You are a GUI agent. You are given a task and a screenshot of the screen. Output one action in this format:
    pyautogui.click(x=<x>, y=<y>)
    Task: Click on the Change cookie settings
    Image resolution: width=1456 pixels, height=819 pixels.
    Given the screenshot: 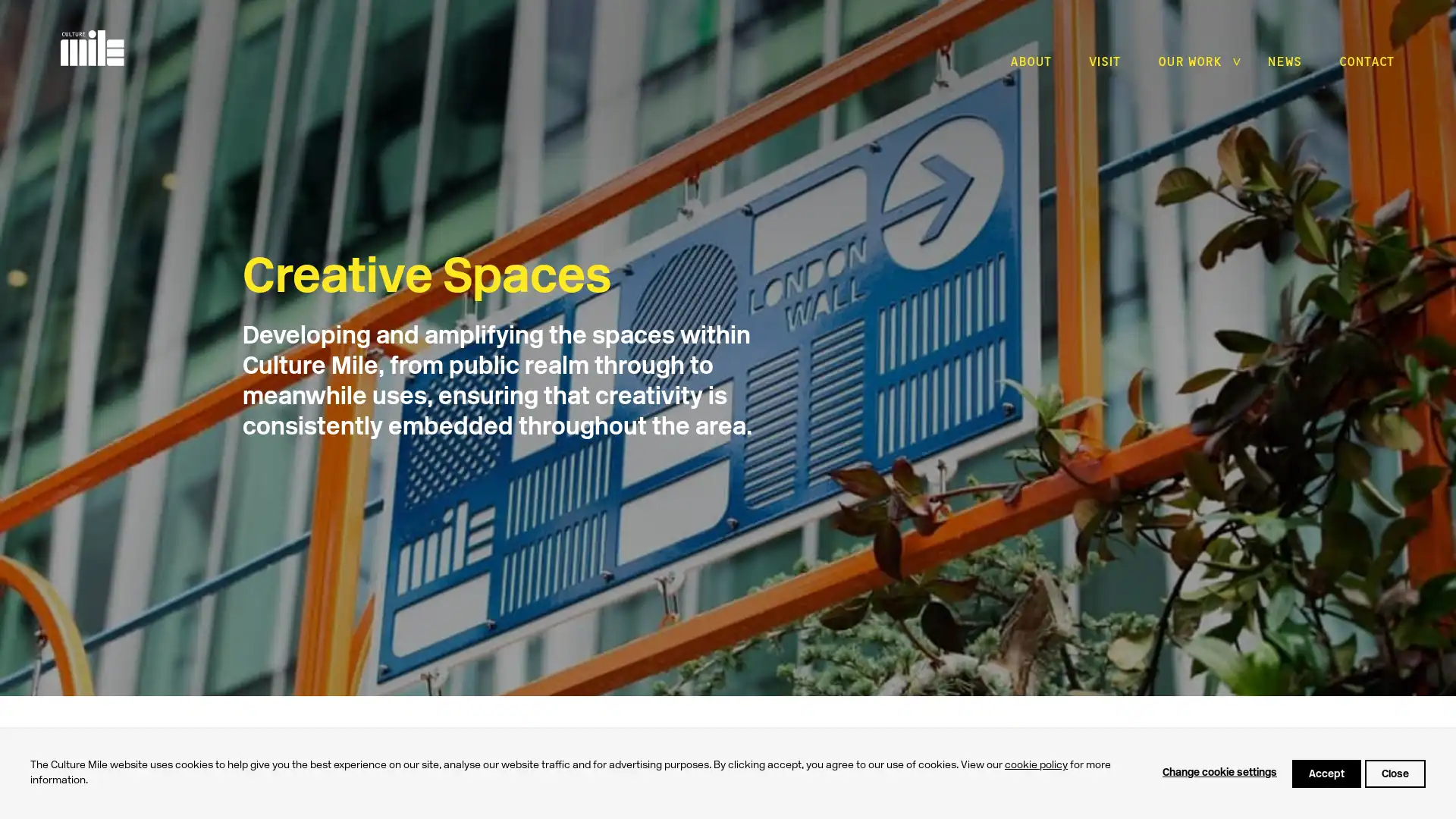 What is the action you would take?
    pyautogui.click(x=1219, y=773)
    